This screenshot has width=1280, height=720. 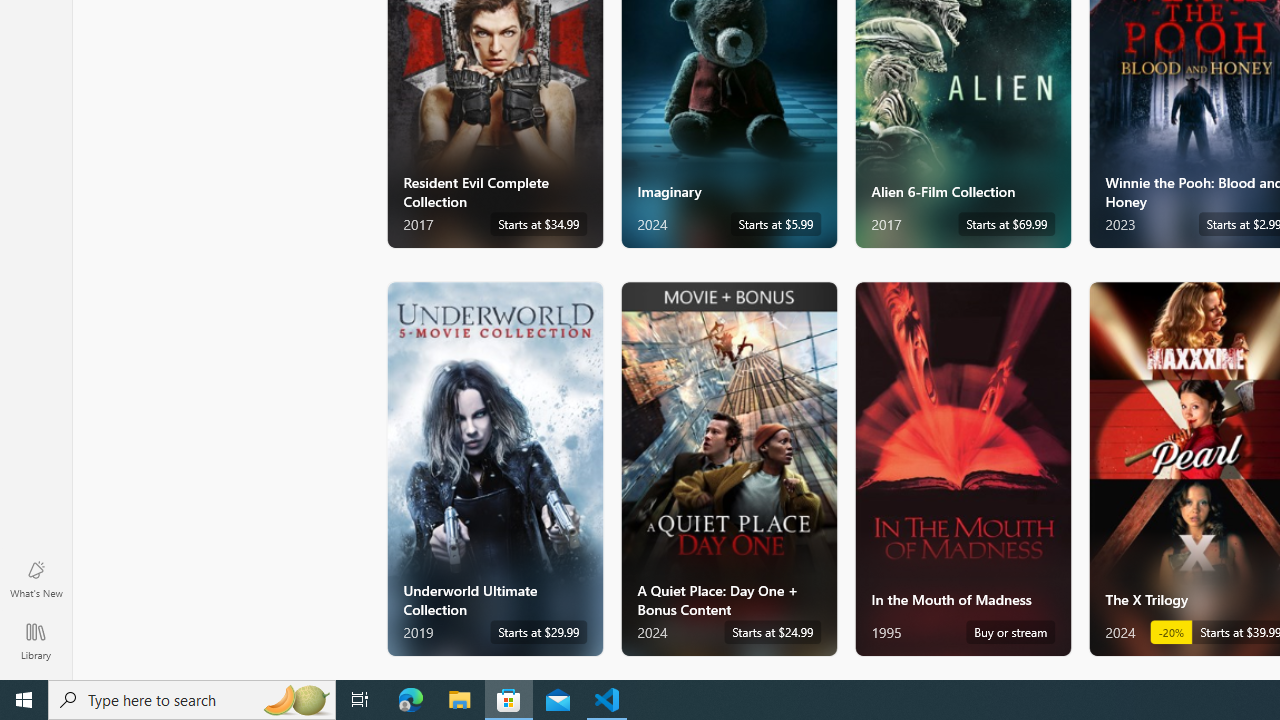 I want to click on 'What', so click(x=35, y=578).